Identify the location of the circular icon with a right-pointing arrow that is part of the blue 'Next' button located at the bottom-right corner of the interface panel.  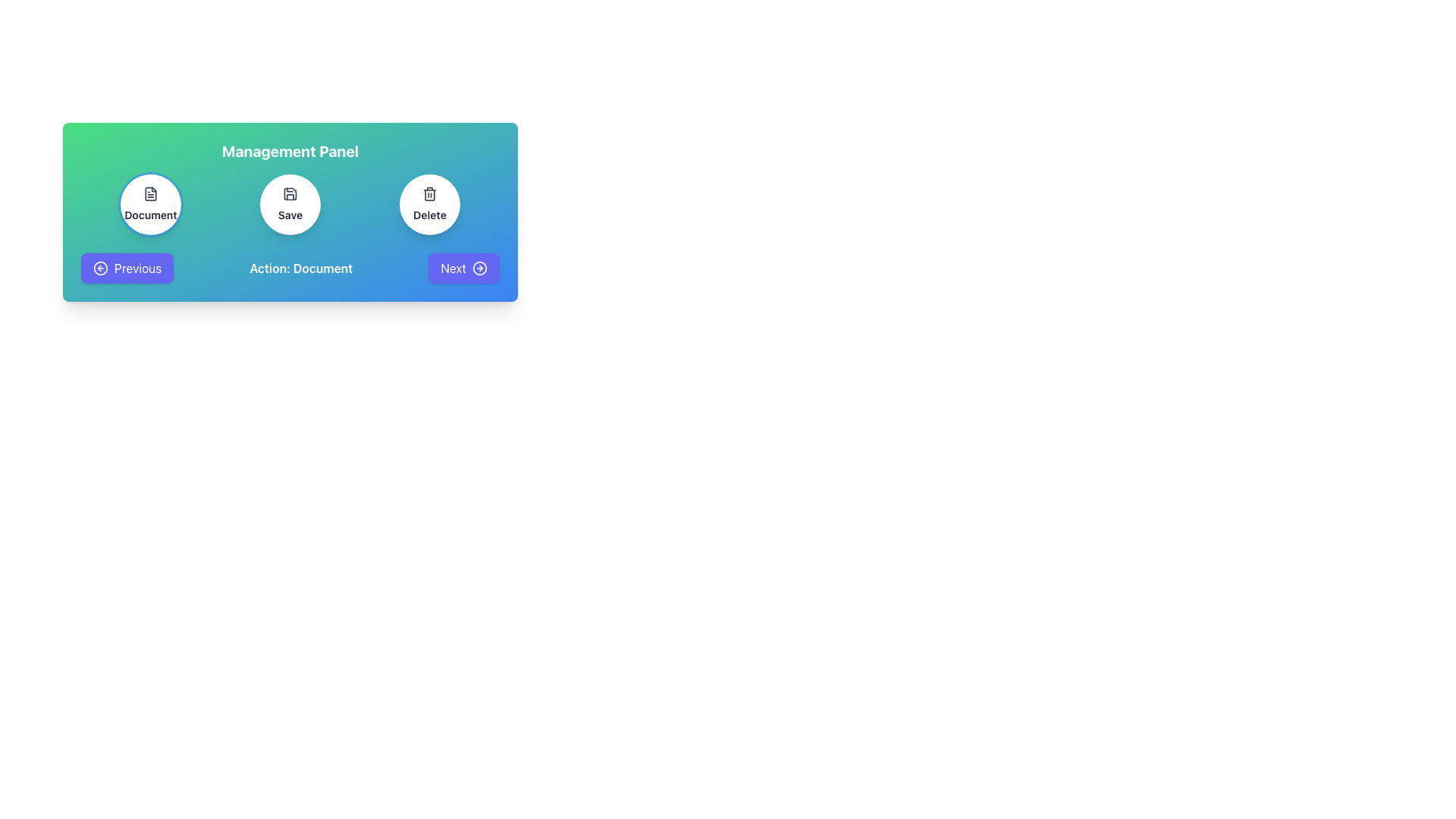
(479, 268).